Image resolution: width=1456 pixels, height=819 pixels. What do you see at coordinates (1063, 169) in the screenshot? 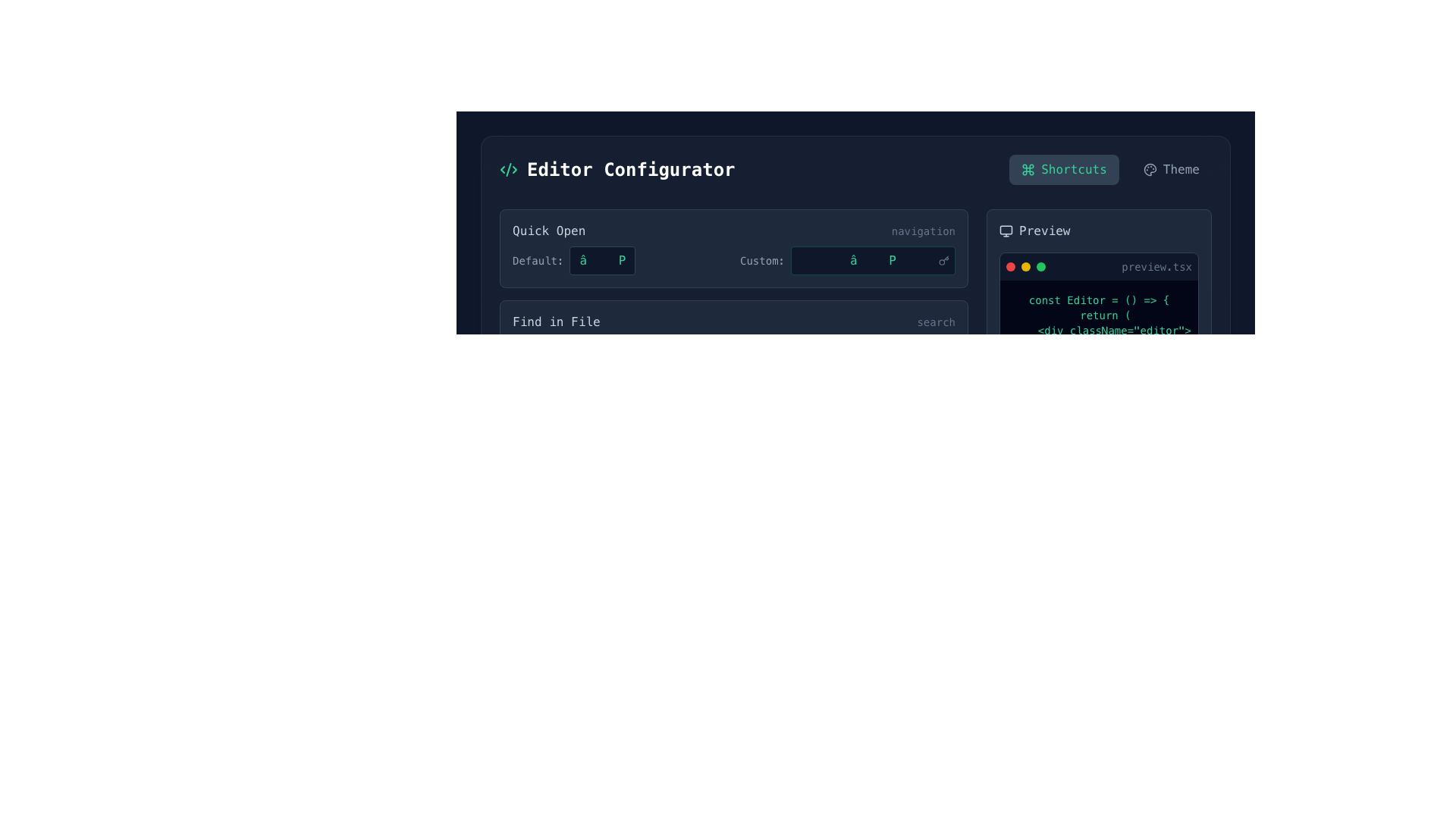
I see `the 'Shortcuts' button, which has a dark background, green text, and a command key icon on the left, located in the top-right section of the interface` at bounding box center [1063, 169].